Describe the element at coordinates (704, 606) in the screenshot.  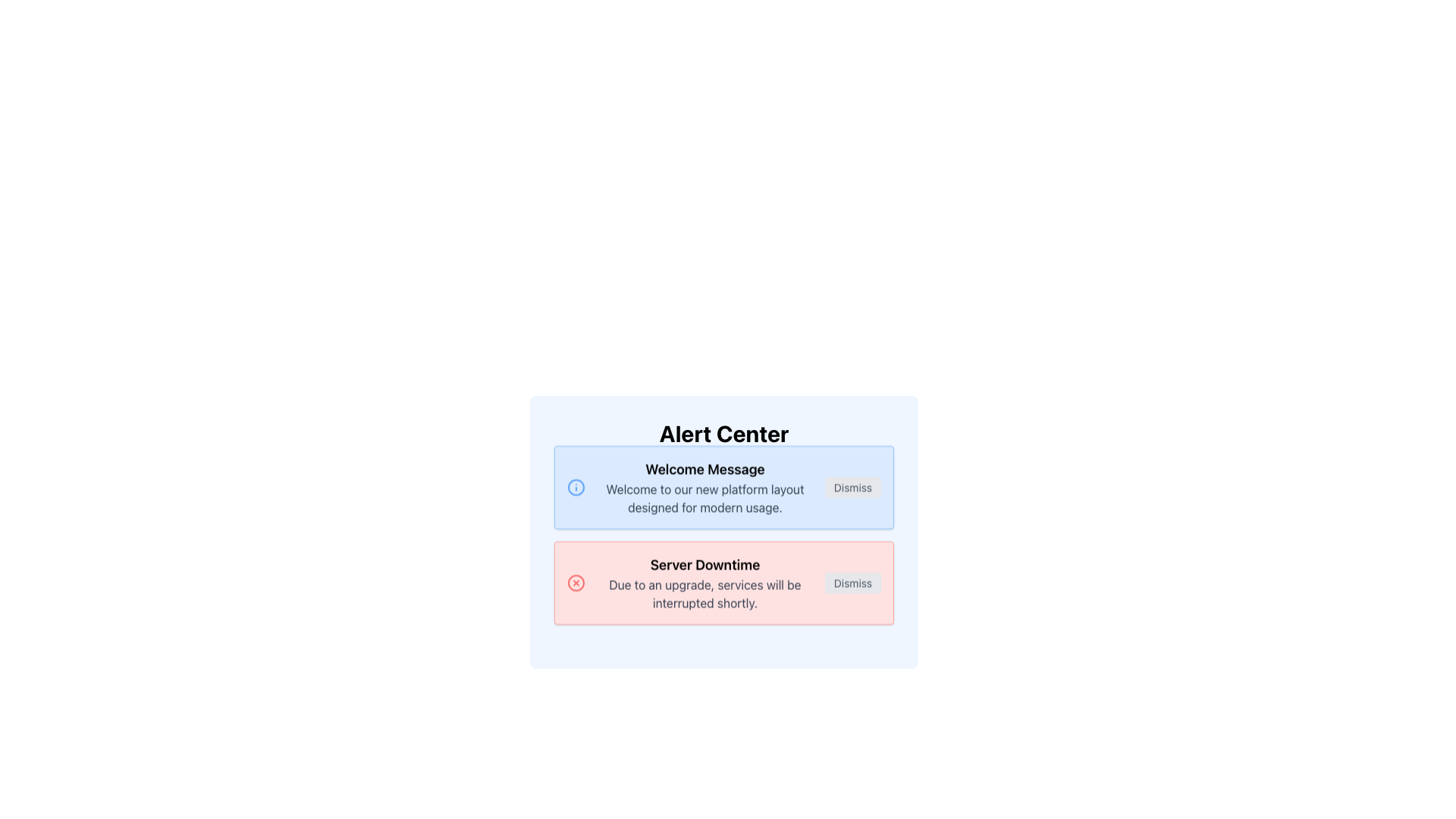
I see `the text label informing users about a service interruption due to an upgrade, which is located within the pink notification card under the title 'Server Downtime' in the 'Alert Center' interface` at that location.